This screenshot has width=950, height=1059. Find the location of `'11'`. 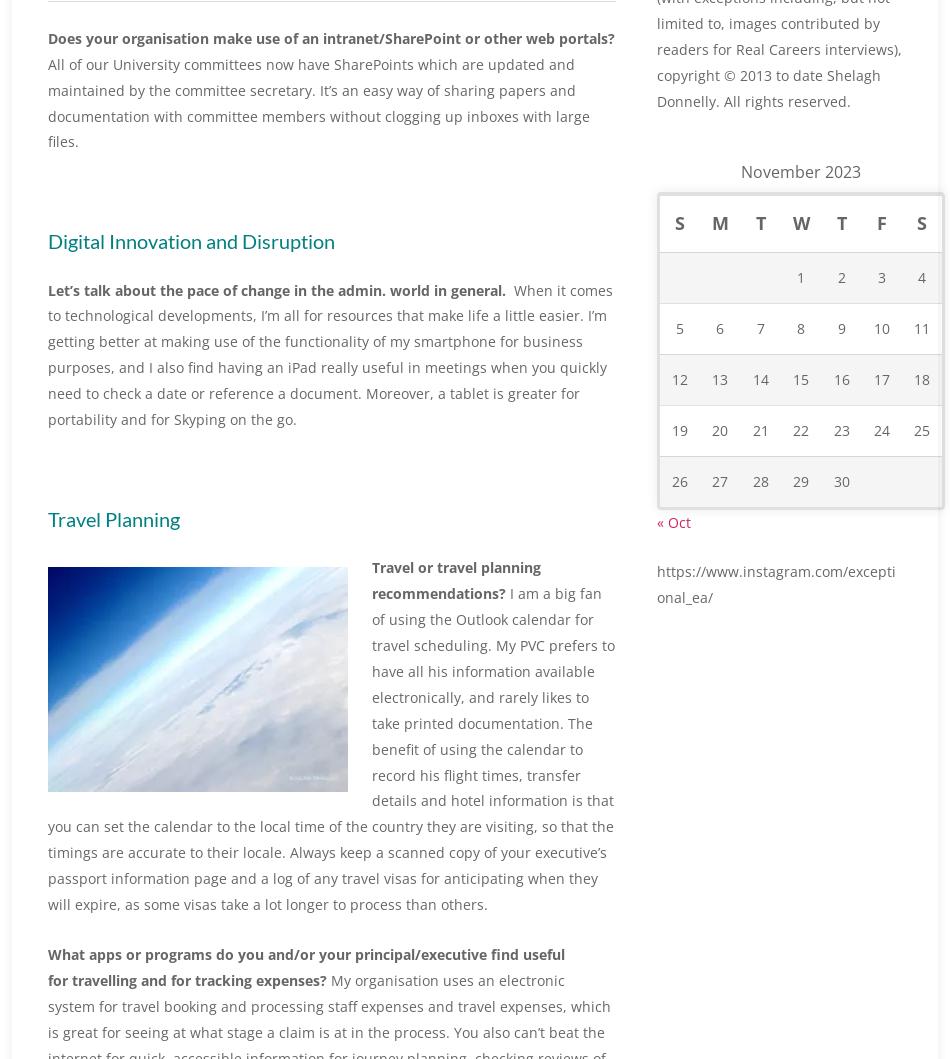

'11' is located at coordinates (912, 371).